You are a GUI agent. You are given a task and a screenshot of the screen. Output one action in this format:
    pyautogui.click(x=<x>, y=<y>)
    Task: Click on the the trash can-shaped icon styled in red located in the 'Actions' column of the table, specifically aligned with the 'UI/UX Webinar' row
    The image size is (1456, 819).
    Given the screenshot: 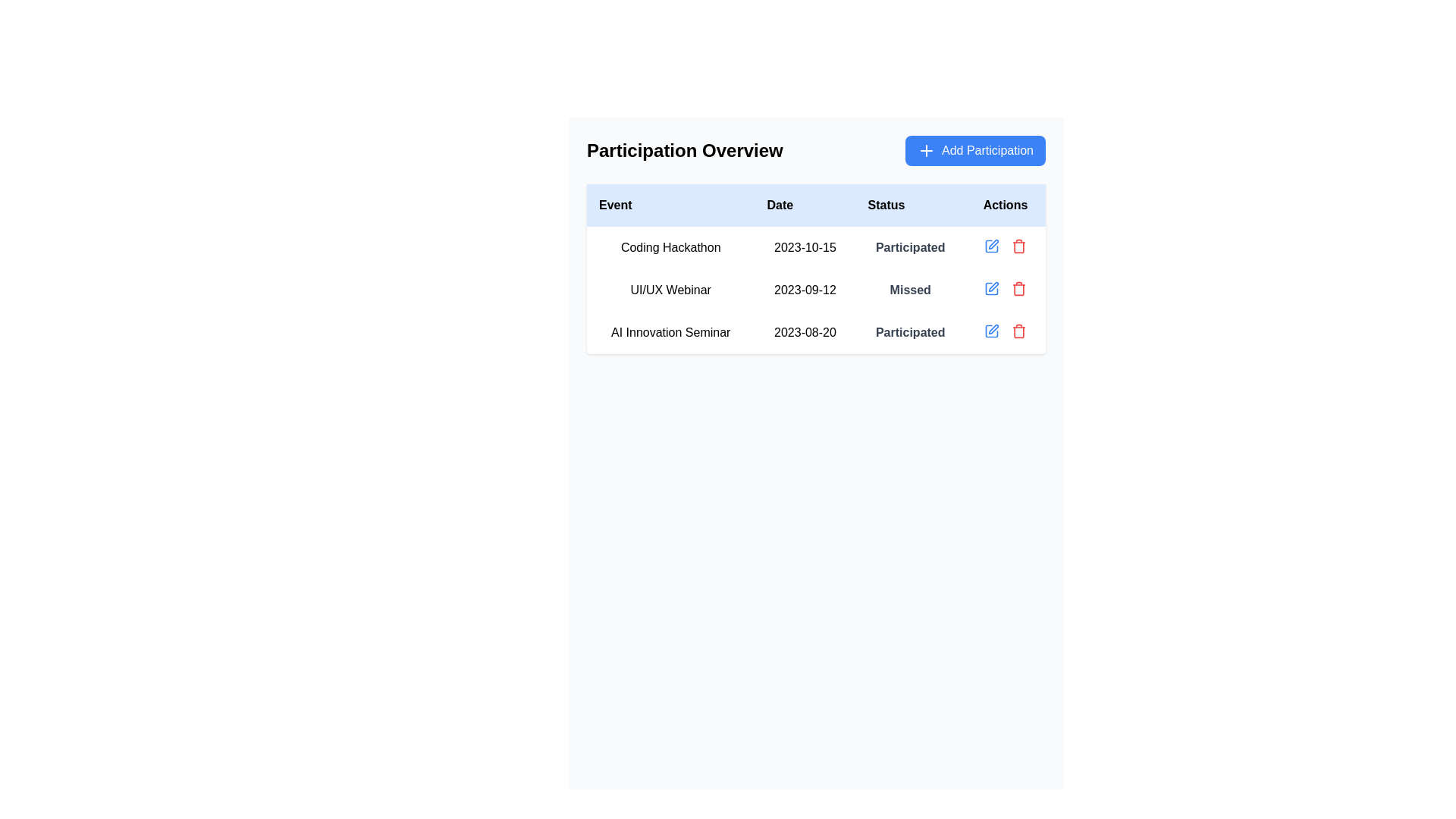 What is the action you would take?
    pyautogui.click(x=1019, y=289)
    